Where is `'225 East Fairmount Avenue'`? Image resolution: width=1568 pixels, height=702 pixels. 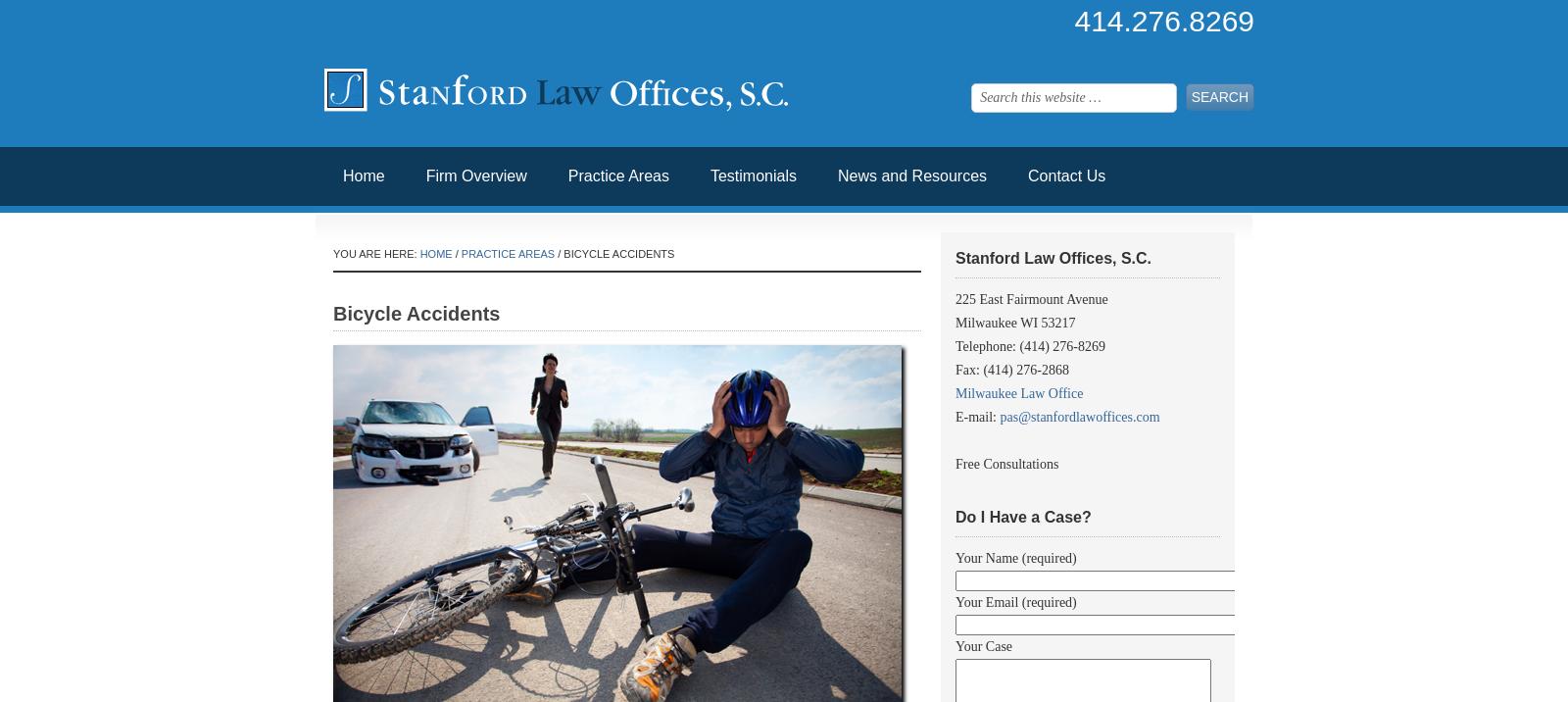 '225 East Fairmount Avenue' is located at coordinates (1031, 299).